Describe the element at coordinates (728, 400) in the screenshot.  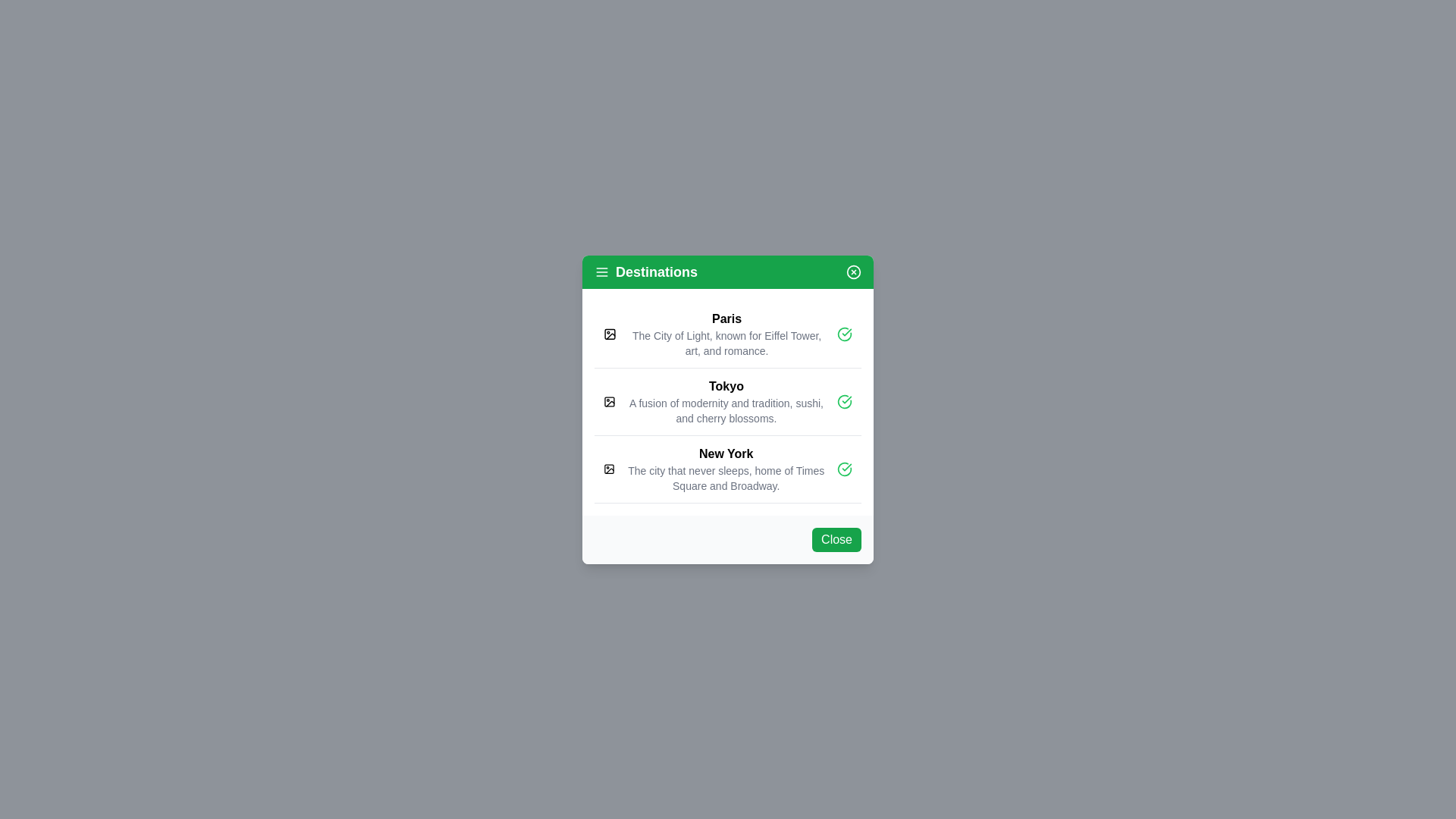
I see `the sub-elements contained within the 'Destinations' list in the modal component` at that location.